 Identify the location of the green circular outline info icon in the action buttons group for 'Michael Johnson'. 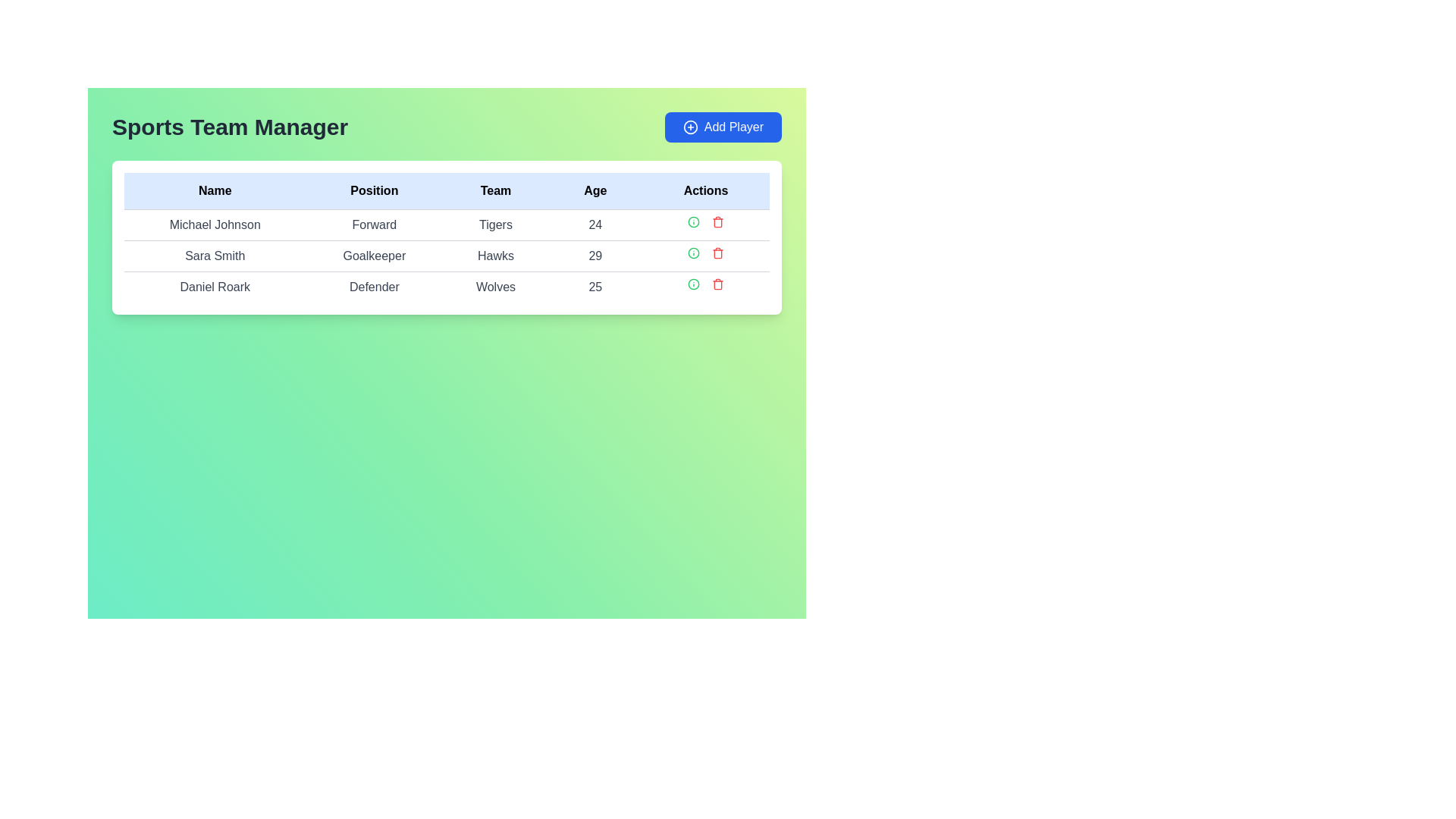
(705, 222).